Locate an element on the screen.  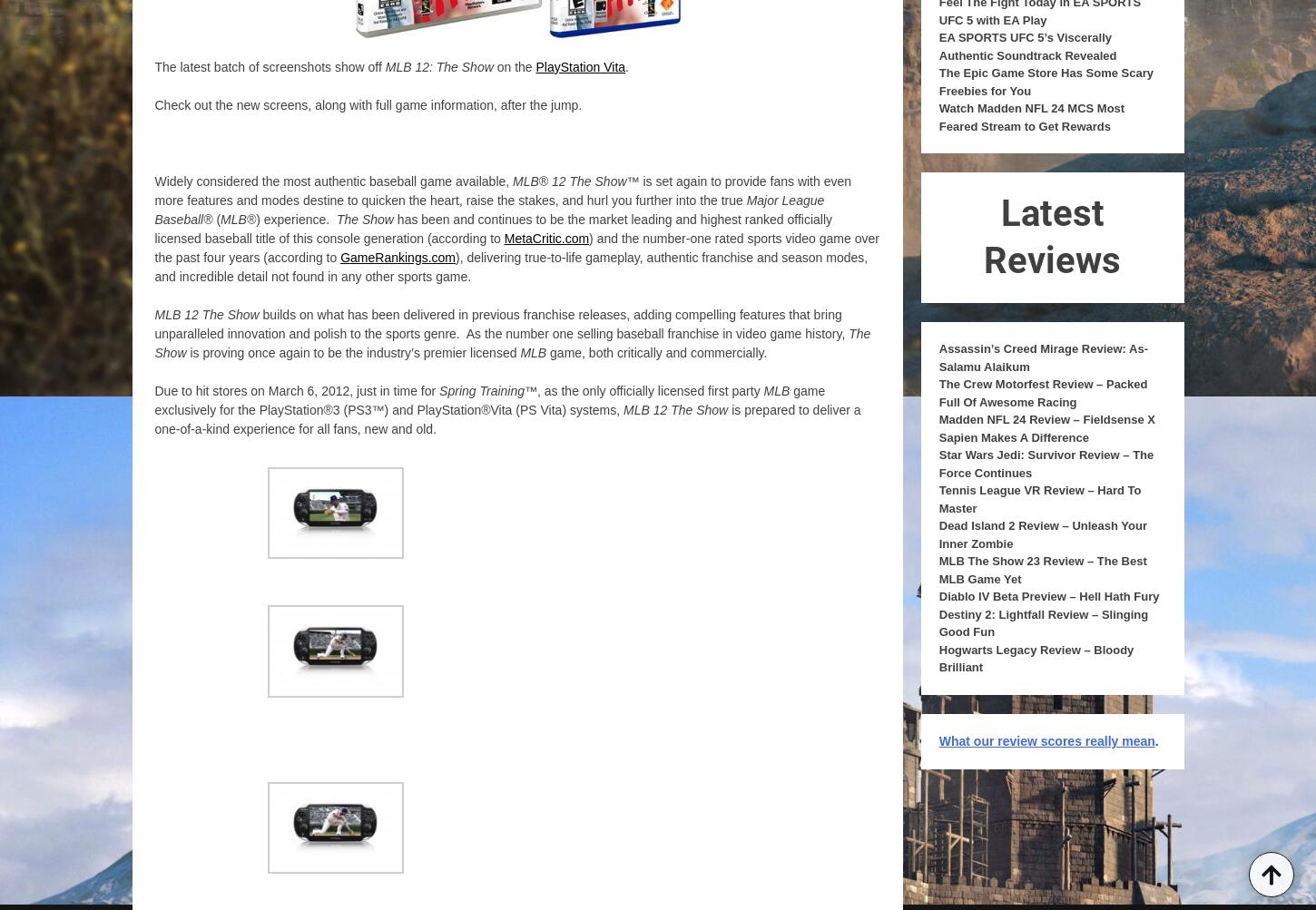
'builds on what has been delivered in previous franchise releases, adding compelling features that bring unparalleled innovation and polish to the sports genre.  As the number one selling baseball franchise in video game history,' is located at coordinates (501, 322).